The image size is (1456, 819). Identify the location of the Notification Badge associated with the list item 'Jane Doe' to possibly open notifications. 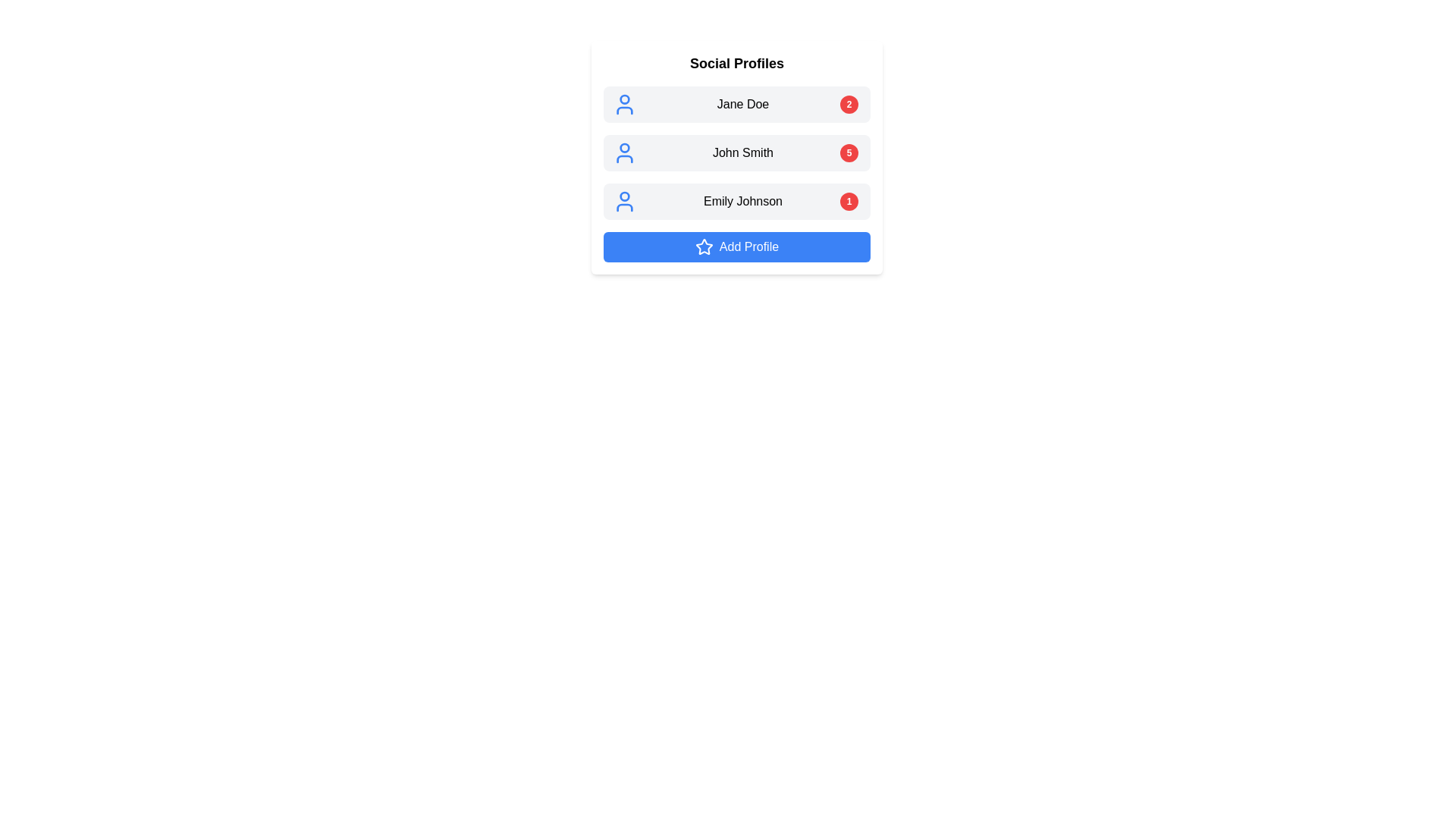
(848, 104).